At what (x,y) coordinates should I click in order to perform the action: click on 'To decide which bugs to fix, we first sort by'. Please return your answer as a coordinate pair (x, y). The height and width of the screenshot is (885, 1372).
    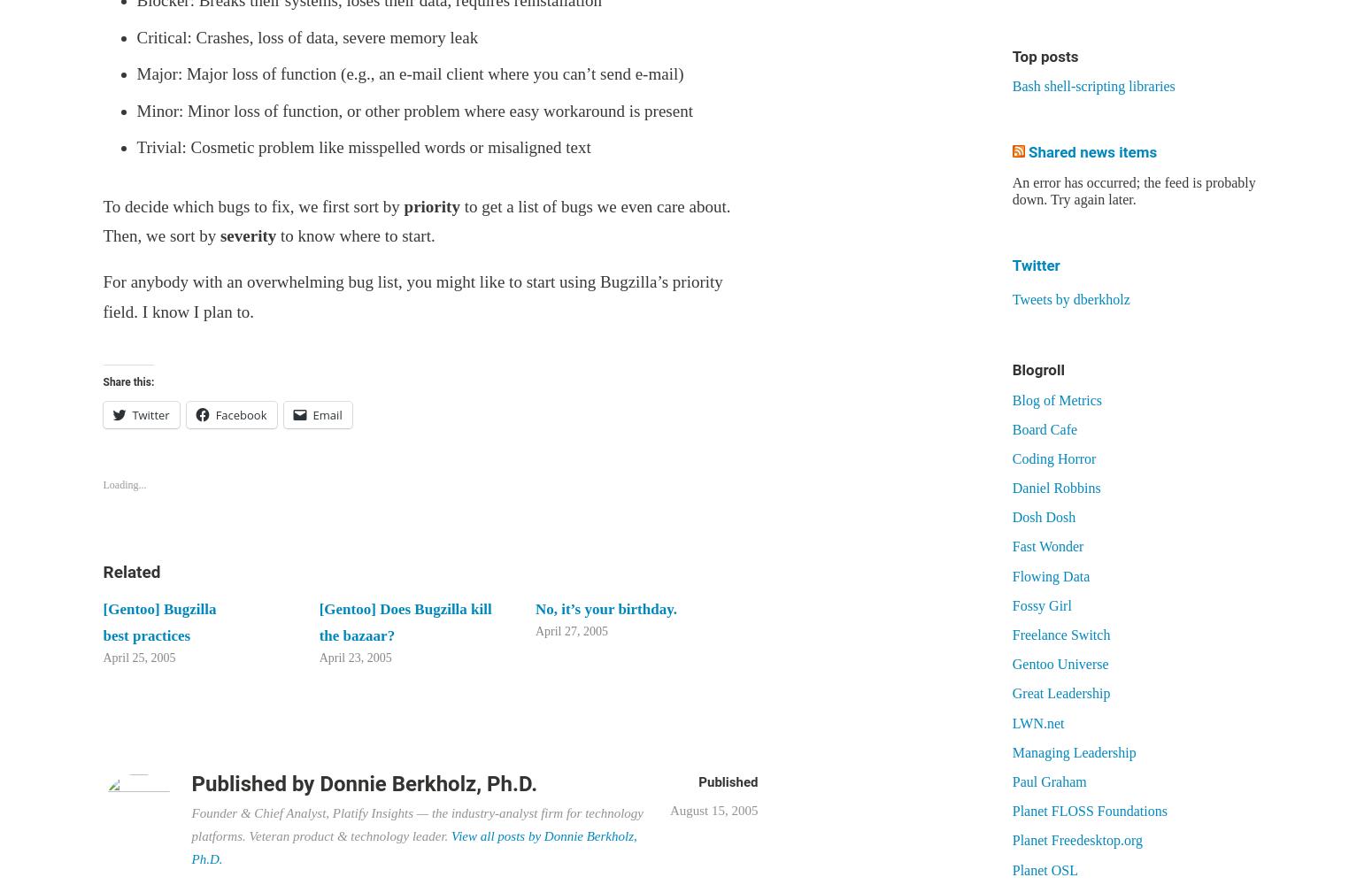
    Looking at the image, I should click on (102, 204).